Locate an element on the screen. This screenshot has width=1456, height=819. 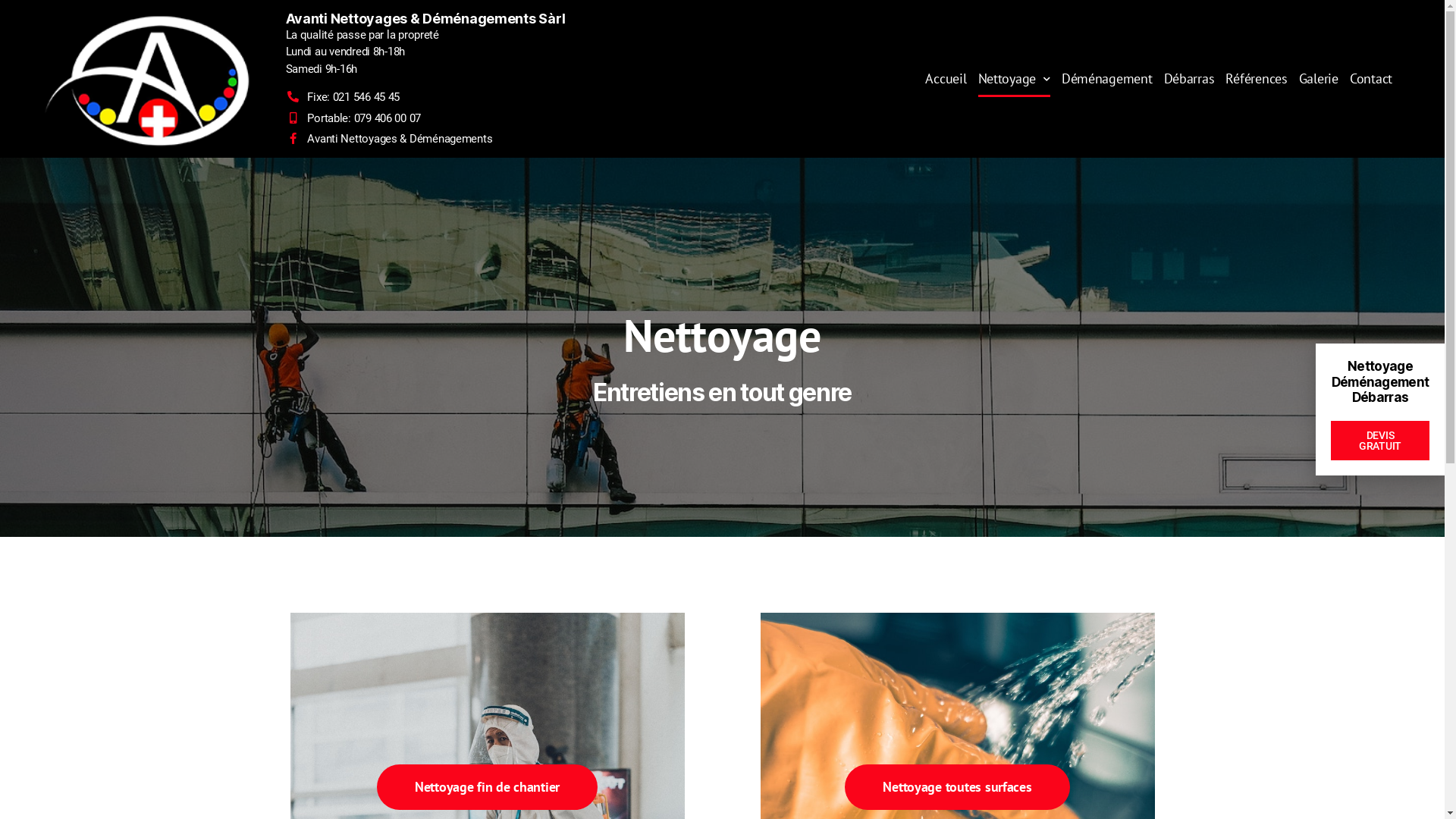
'Accueil' is located at coordinates (945, 79).